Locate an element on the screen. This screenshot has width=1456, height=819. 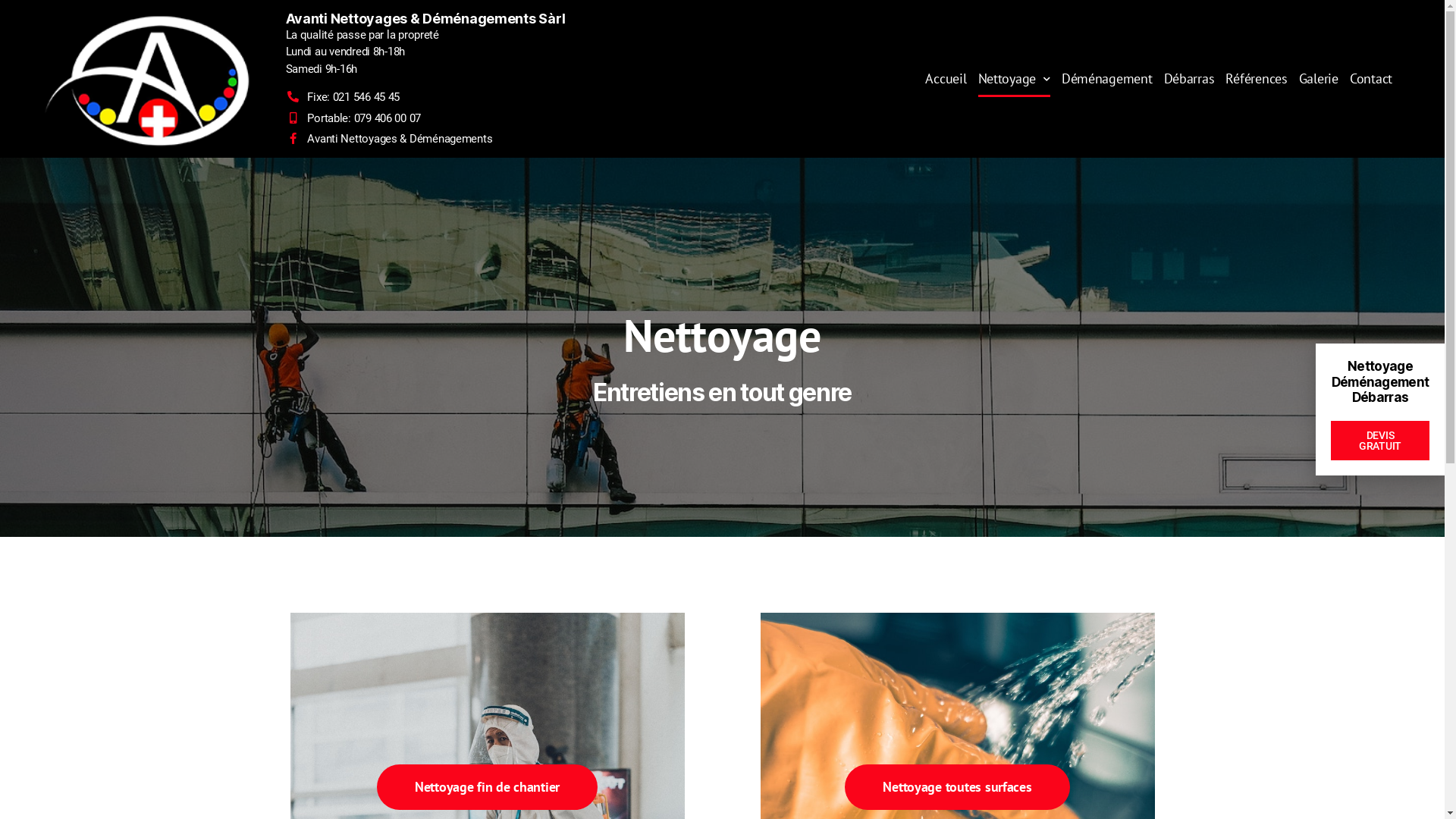
'Accueil' is located at coordinates (945, 79).